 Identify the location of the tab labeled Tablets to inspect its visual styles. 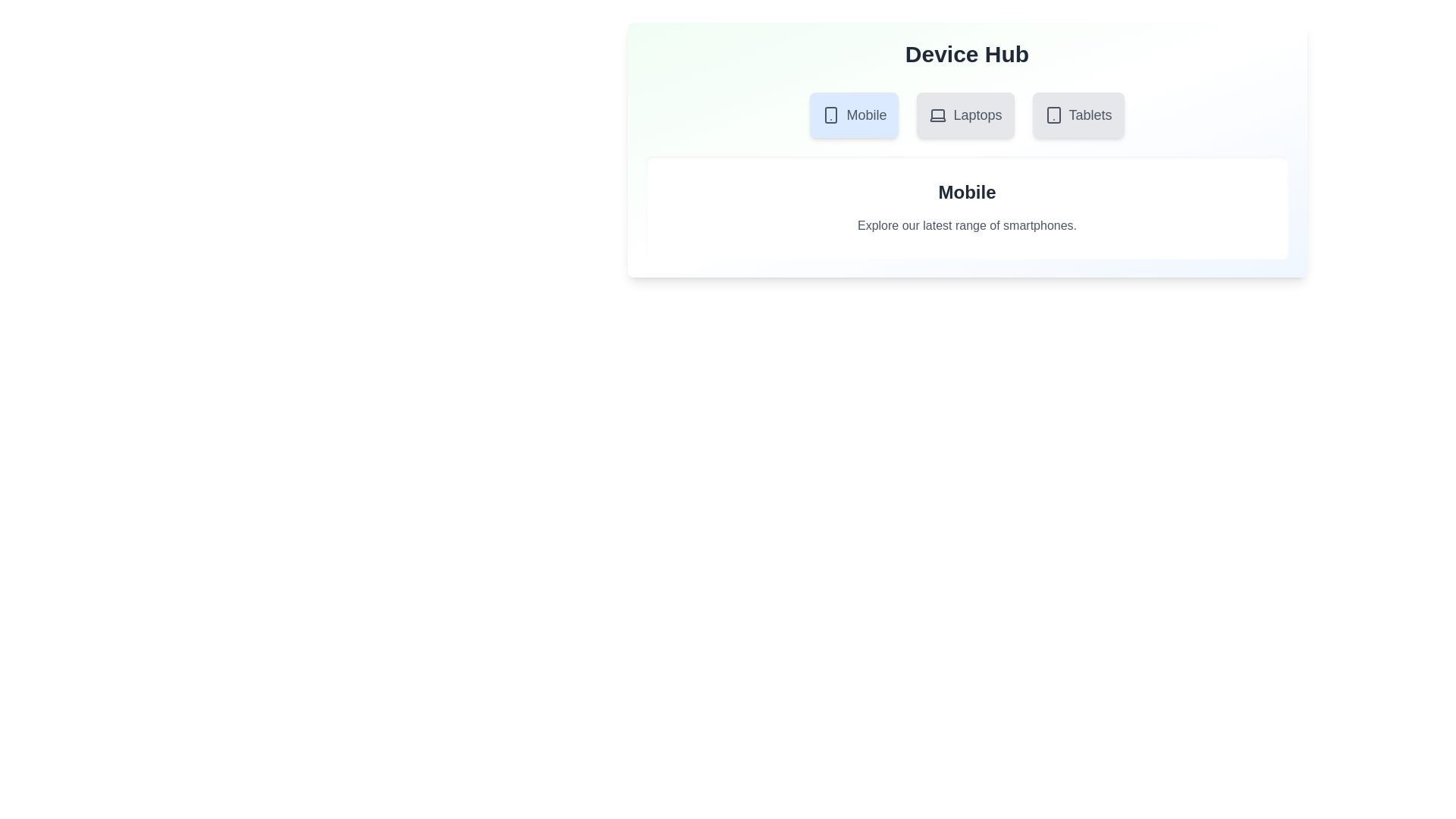
(1077, 114).